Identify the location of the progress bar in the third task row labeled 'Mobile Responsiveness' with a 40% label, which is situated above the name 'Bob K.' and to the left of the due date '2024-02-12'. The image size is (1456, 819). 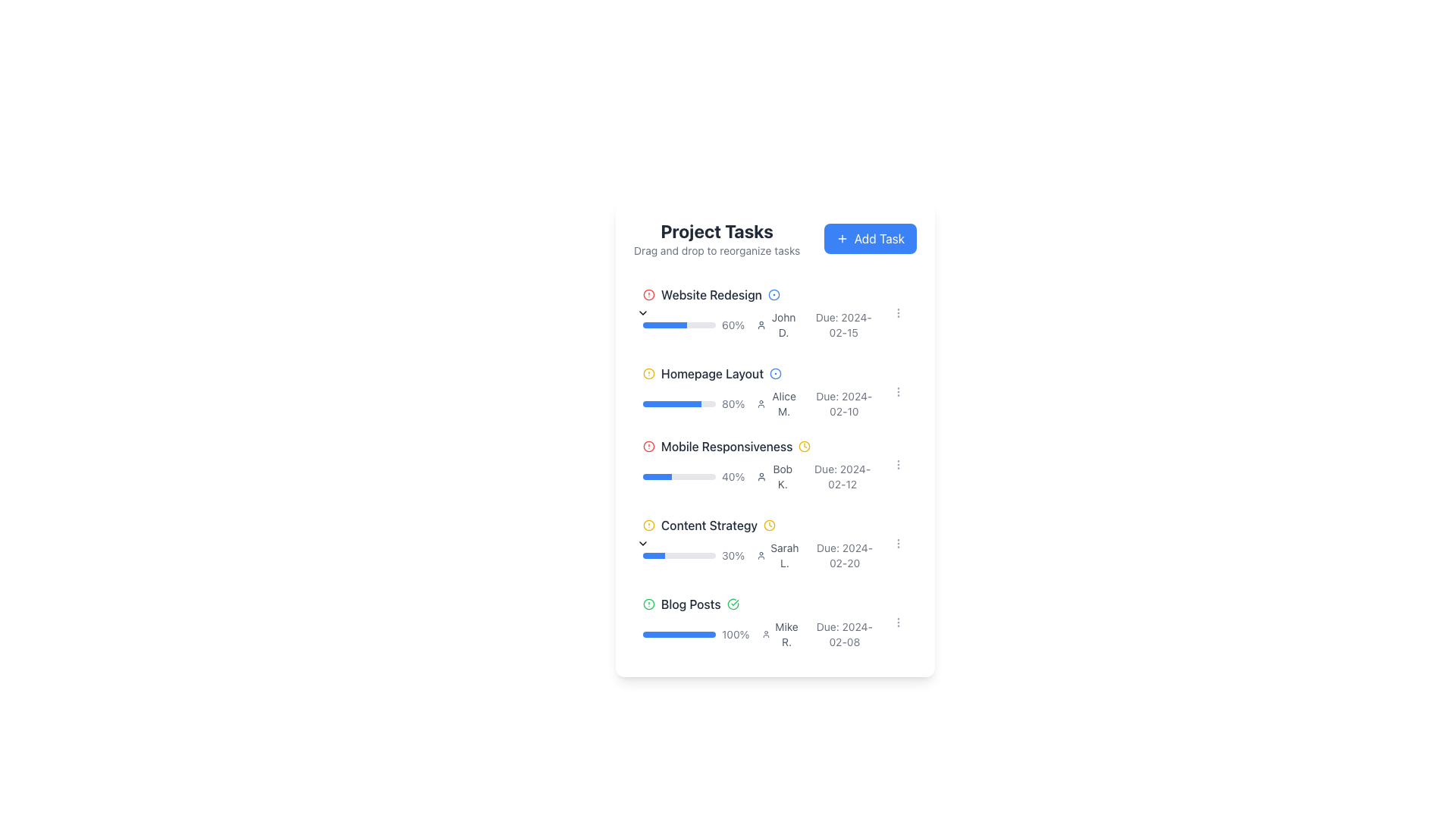
(693, 475).